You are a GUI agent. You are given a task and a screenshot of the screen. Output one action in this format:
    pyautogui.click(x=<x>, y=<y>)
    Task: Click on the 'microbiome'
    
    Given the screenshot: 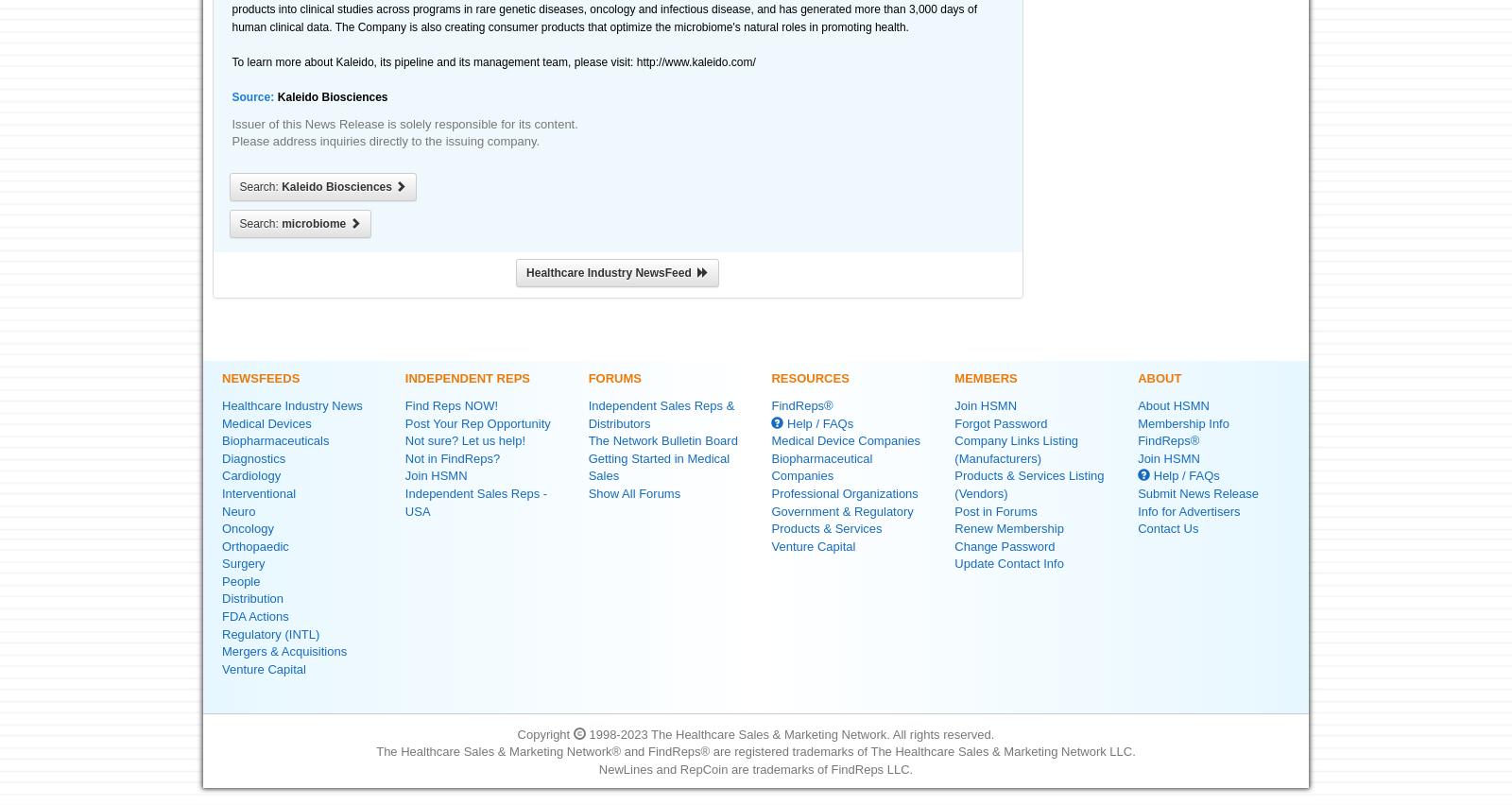 What is the action you would take?
    pyautogui.click(x=315, y=222)
    